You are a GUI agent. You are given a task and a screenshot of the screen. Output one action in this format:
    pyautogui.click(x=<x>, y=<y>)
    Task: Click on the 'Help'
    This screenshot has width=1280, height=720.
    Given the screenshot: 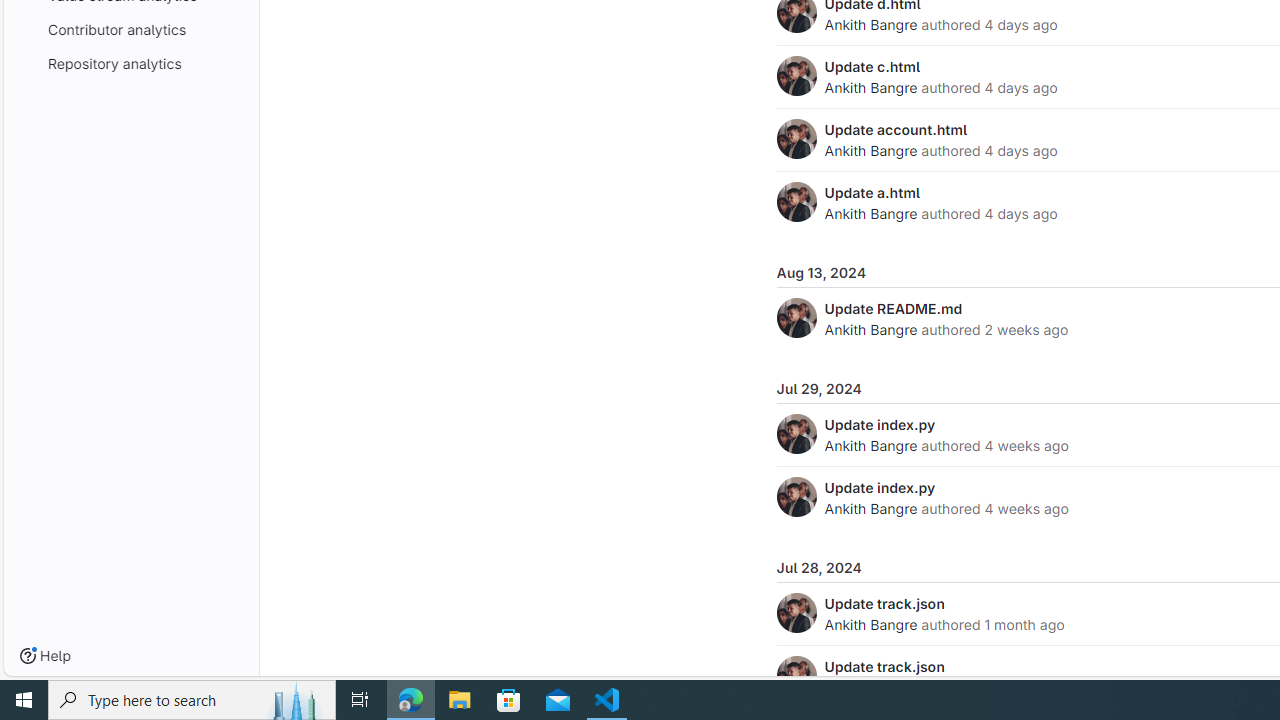 What is the action you would take?
    pyautogui.click(x=45, y=655)
    